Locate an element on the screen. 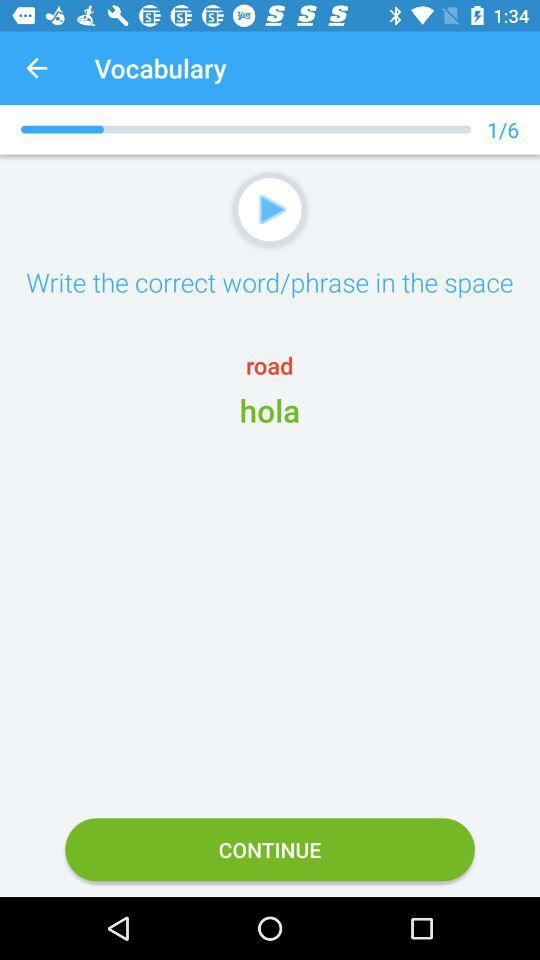 Image resolution: width=540 pixels, height=960 pixels. app next to vocabulary app is located at coordinates (36, 68).